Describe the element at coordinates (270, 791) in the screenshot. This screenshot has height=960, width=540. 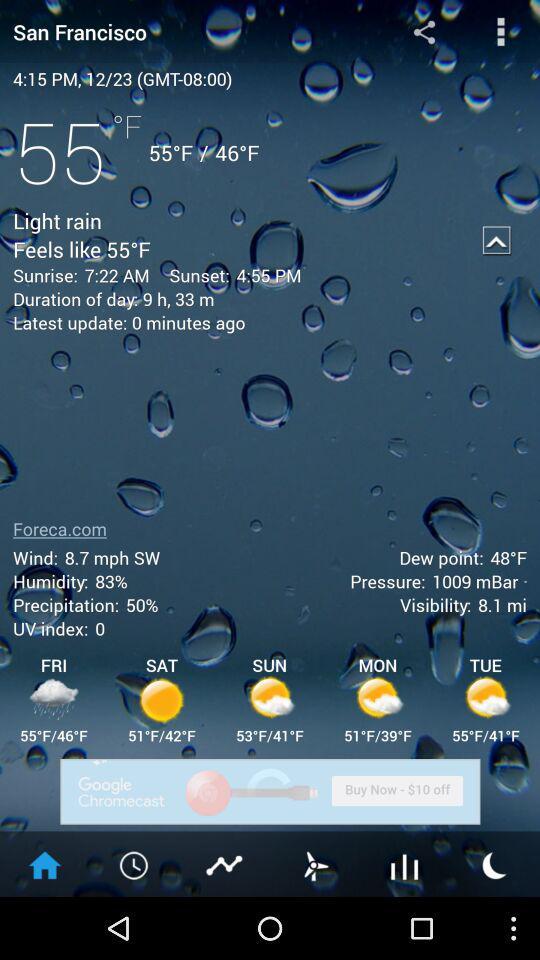
I see `be redirected to purchase google chrome nest for ten dollars off` at that location.